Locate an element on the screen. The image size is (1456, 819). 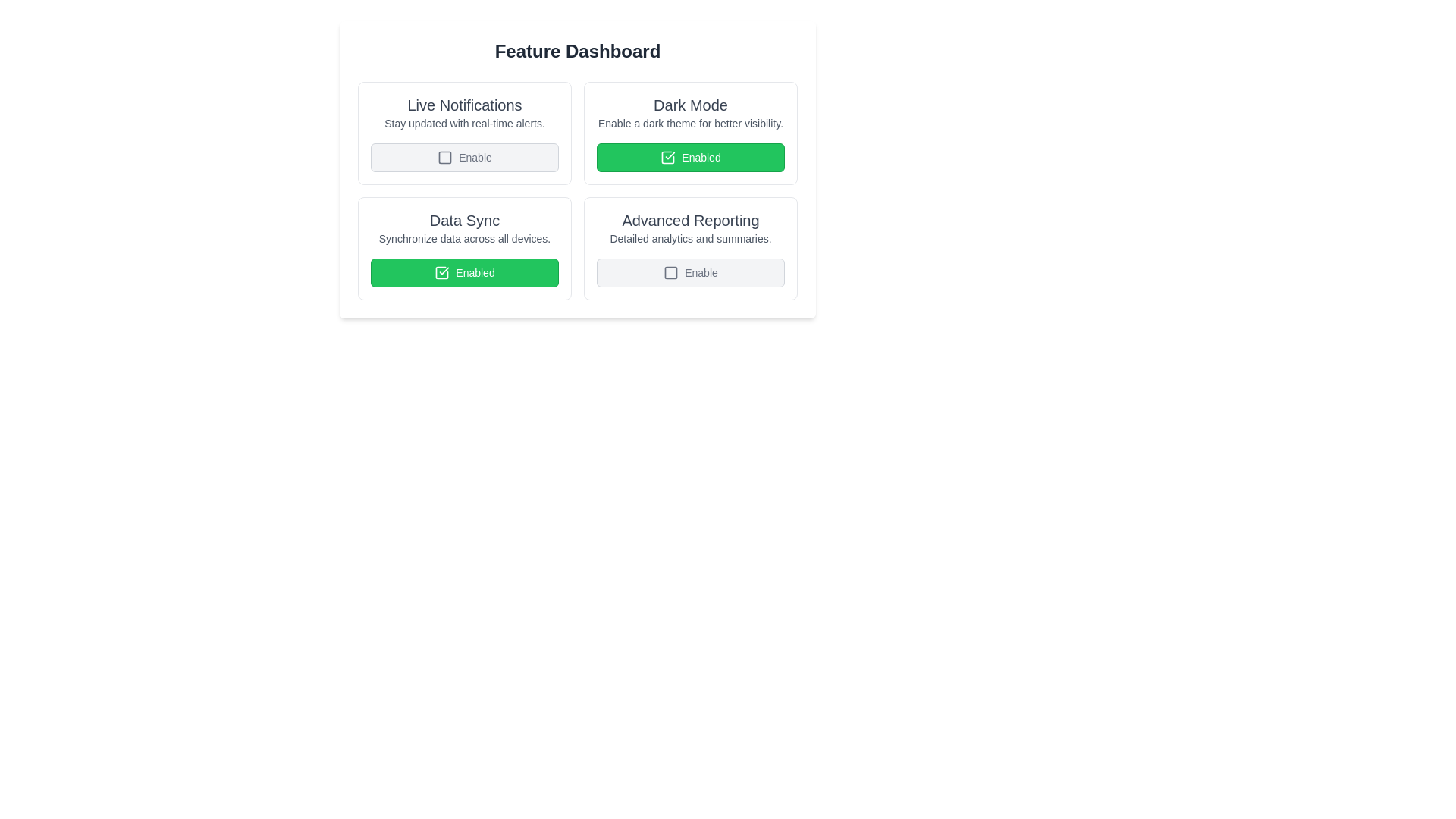
the check mark icon within the 'Data Sync' section, indicating an enabled state, which is positioned to the left of the text label 'Enabled' is located at coordinates (441, 271).